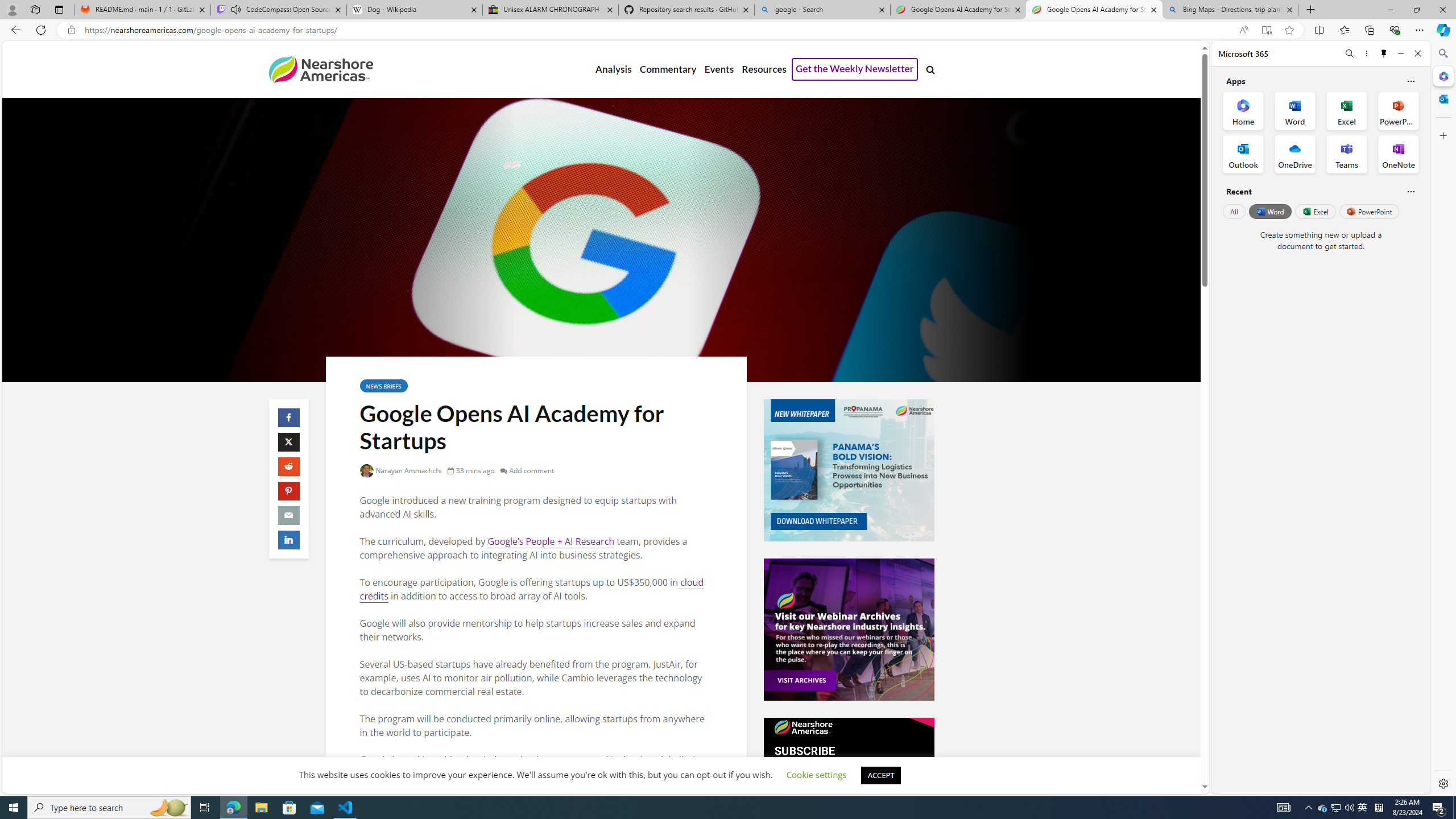 The image size is (1456, 819). I want to click on 'propanama-whitepaper_1_sidead.png', so click(848, 470).